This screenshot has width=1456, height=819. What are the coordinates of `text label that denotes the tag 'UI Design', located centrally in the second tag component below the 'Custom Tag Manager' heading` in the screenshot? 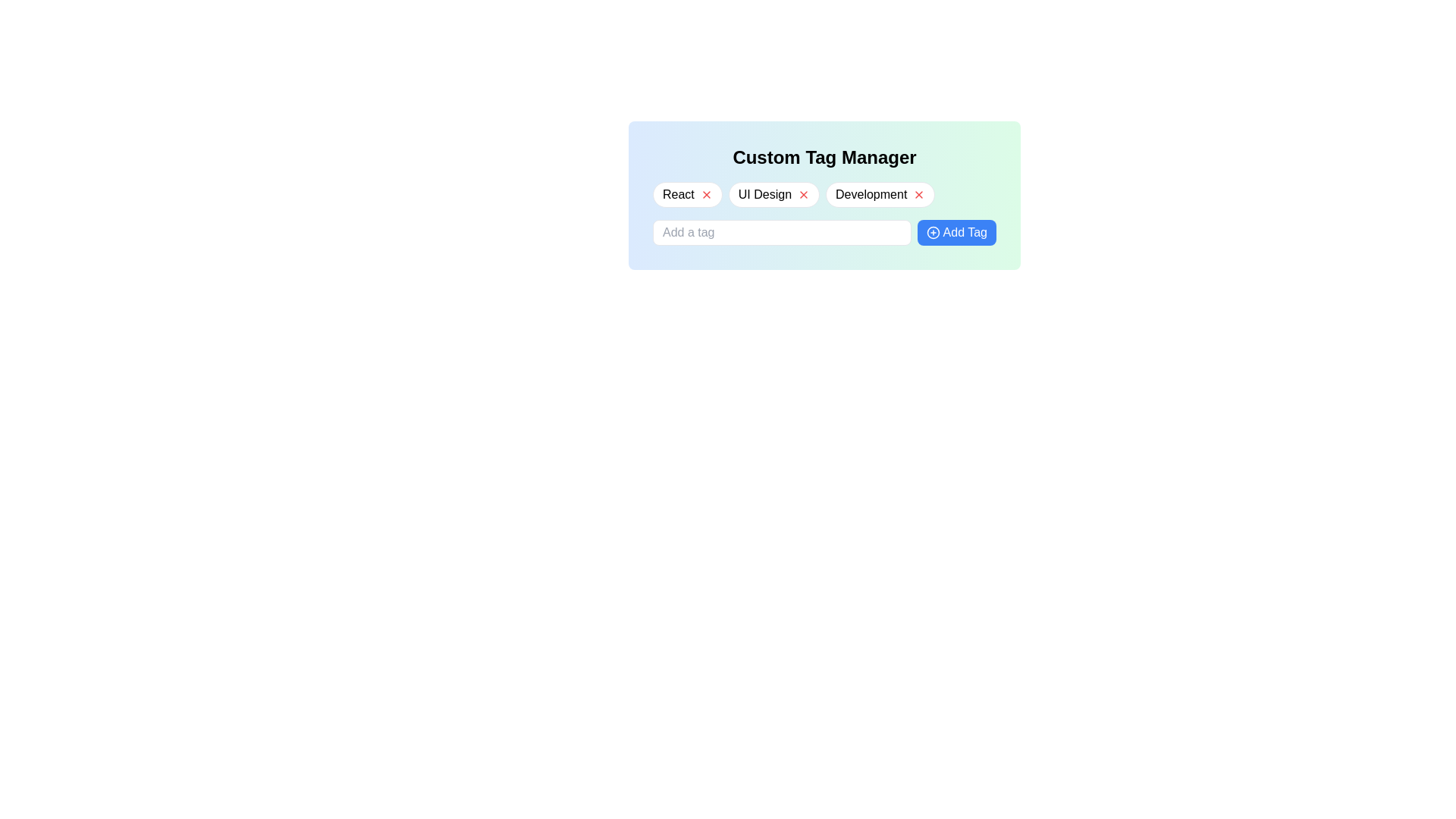 It's located at (764, 194).